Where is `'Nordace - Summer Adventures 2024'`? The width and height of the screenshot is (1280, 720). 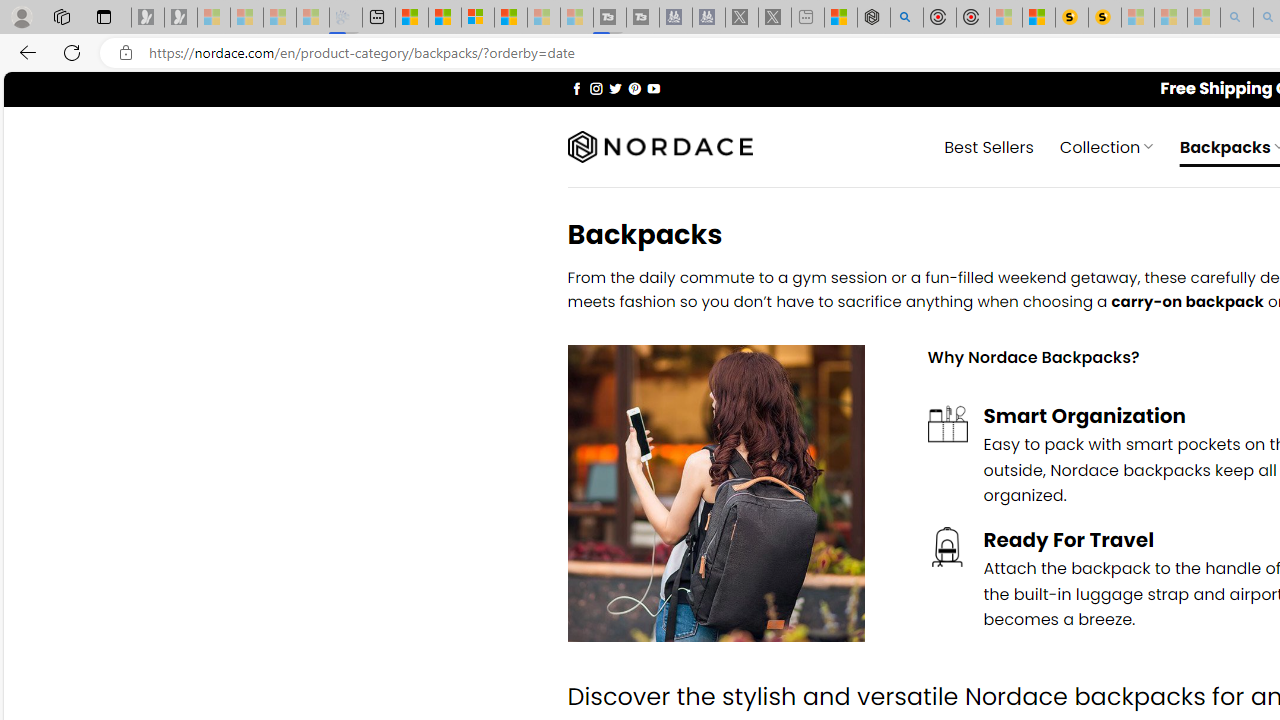
'Nordace - Summer Adventures 2024' is located at coordinates (873, 17).